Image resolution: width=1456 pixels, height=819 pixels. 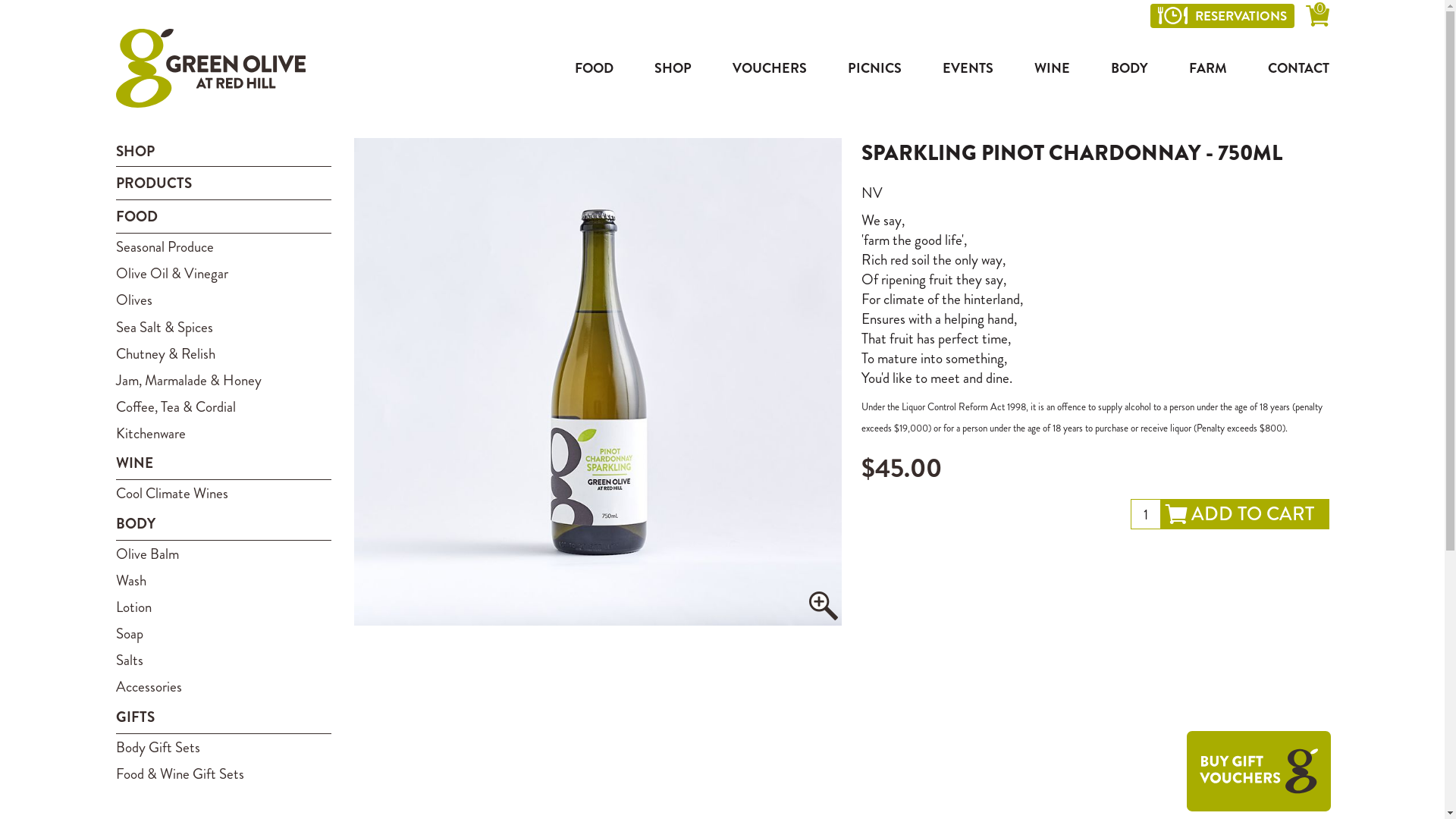 What do you see at coordinates (115, 493) in the screenshot?
I see `'Cool Climate Wines'` at bounding box center [115, 493].